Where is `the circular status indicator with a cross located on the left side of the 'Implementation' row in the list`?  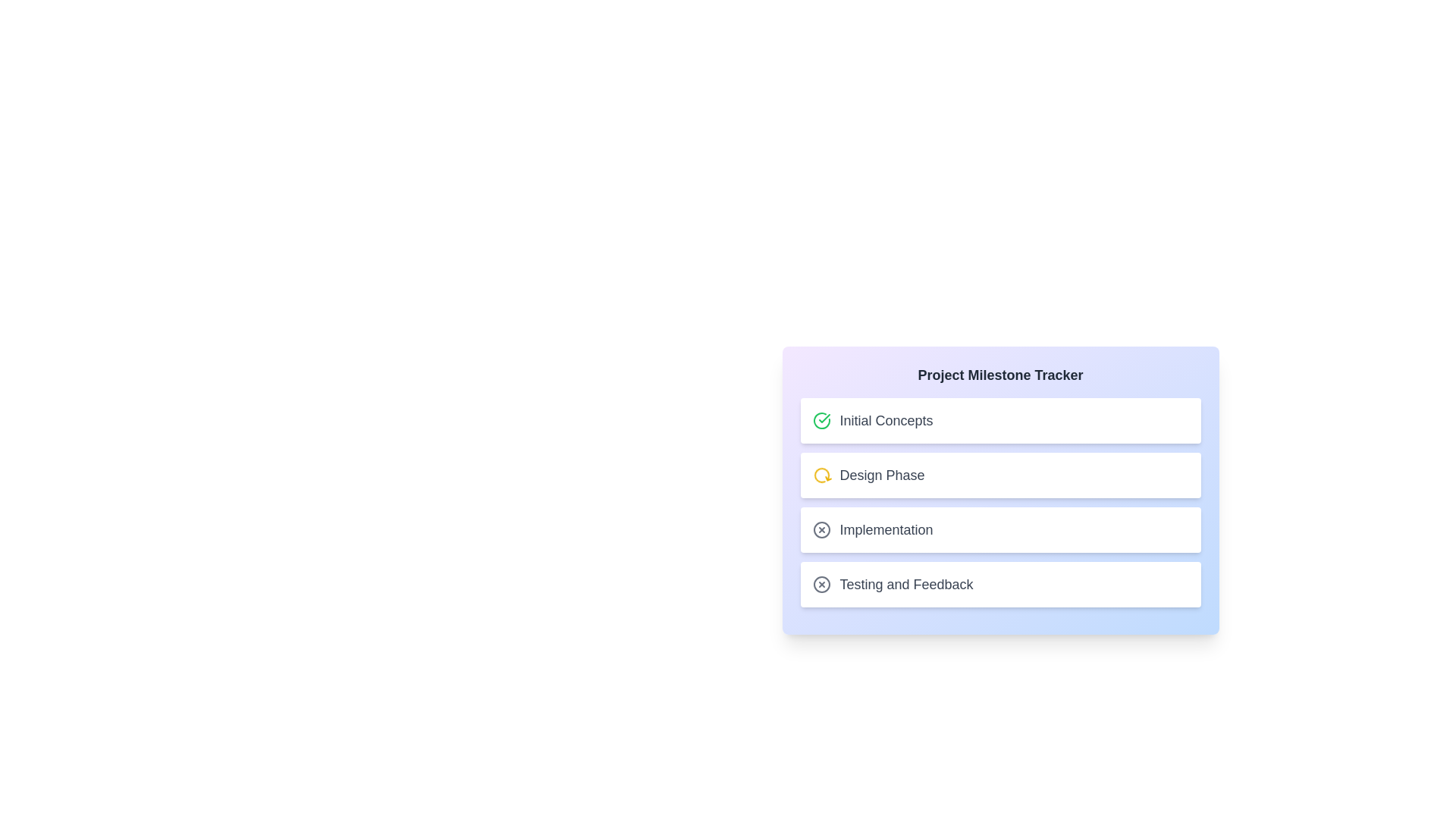 the circular status indicator with a cross located on the left side of the 'Implementation' row in the list is located at coordinates (821, 529).